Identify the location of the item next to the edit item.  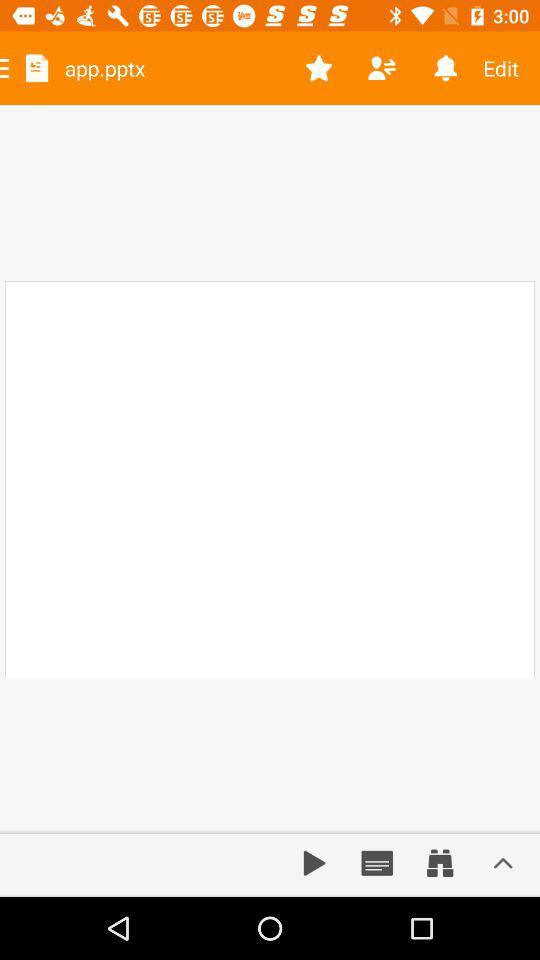
(445, 68).